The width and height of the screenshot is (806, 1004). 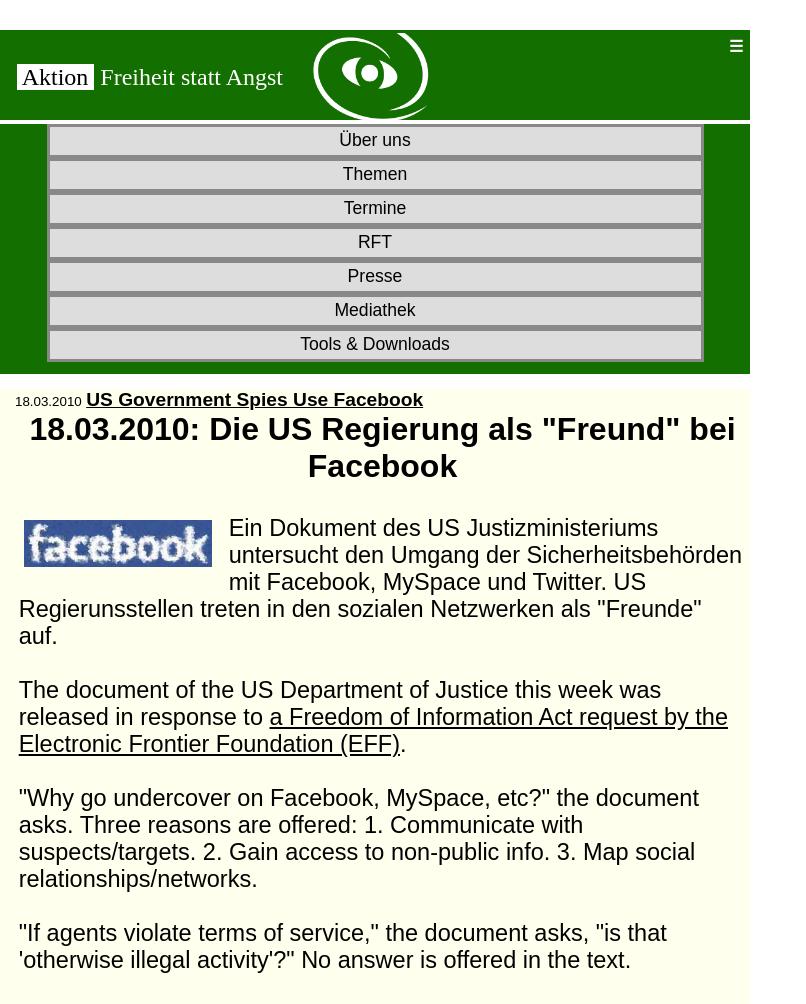 I want to click on 'Ein Dokument des US Justizministeriums untersucht den Umgang der Sicherheitsbehörden mit Facebook, MySpace und Twitter. US Regierunsstellen treten in den sozialen Netzwerken als "Freunde" auf.', so click(x=379, y=582).